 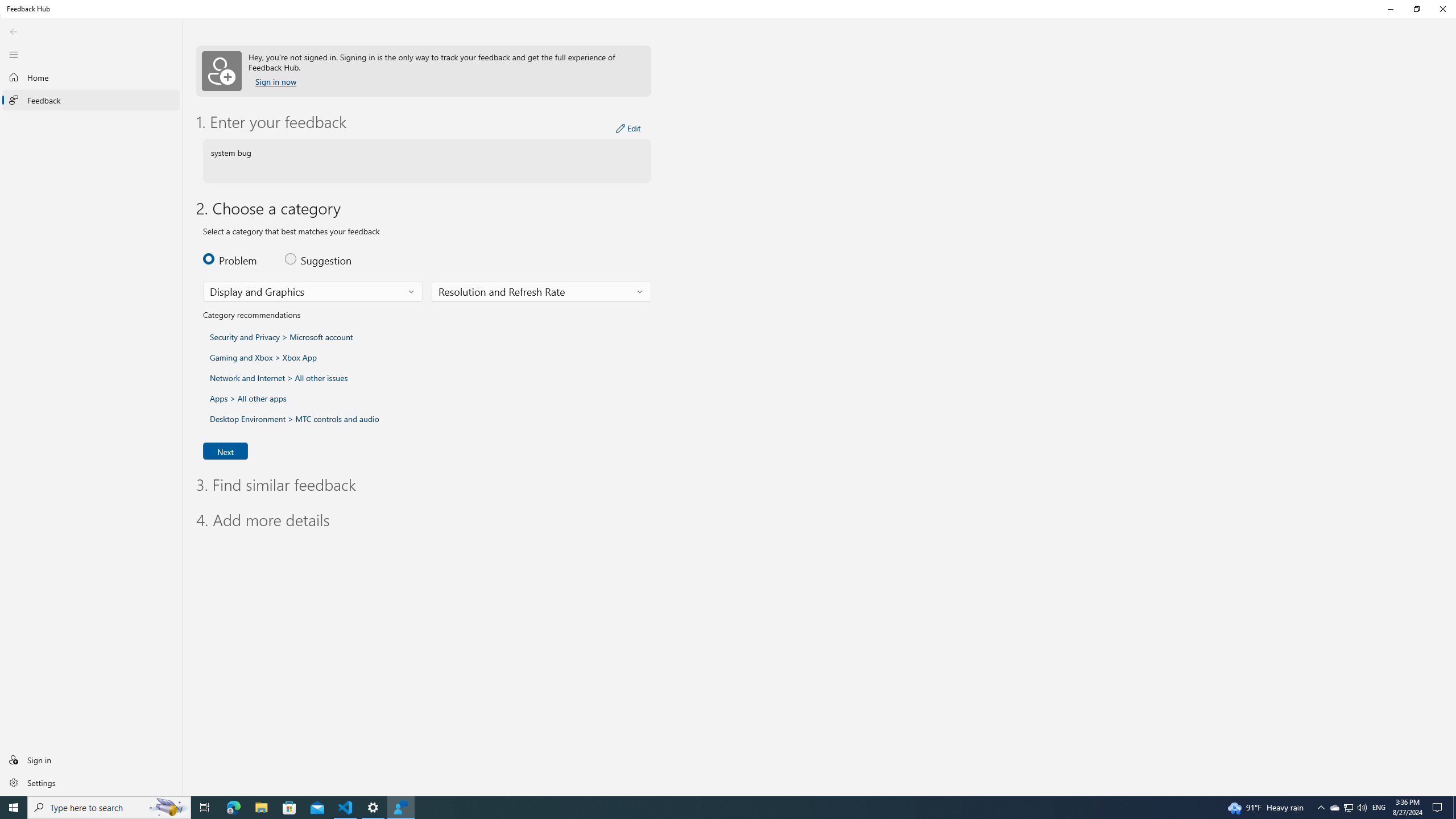 I want to click on 'Feedback category', so click(x=313, y=292).